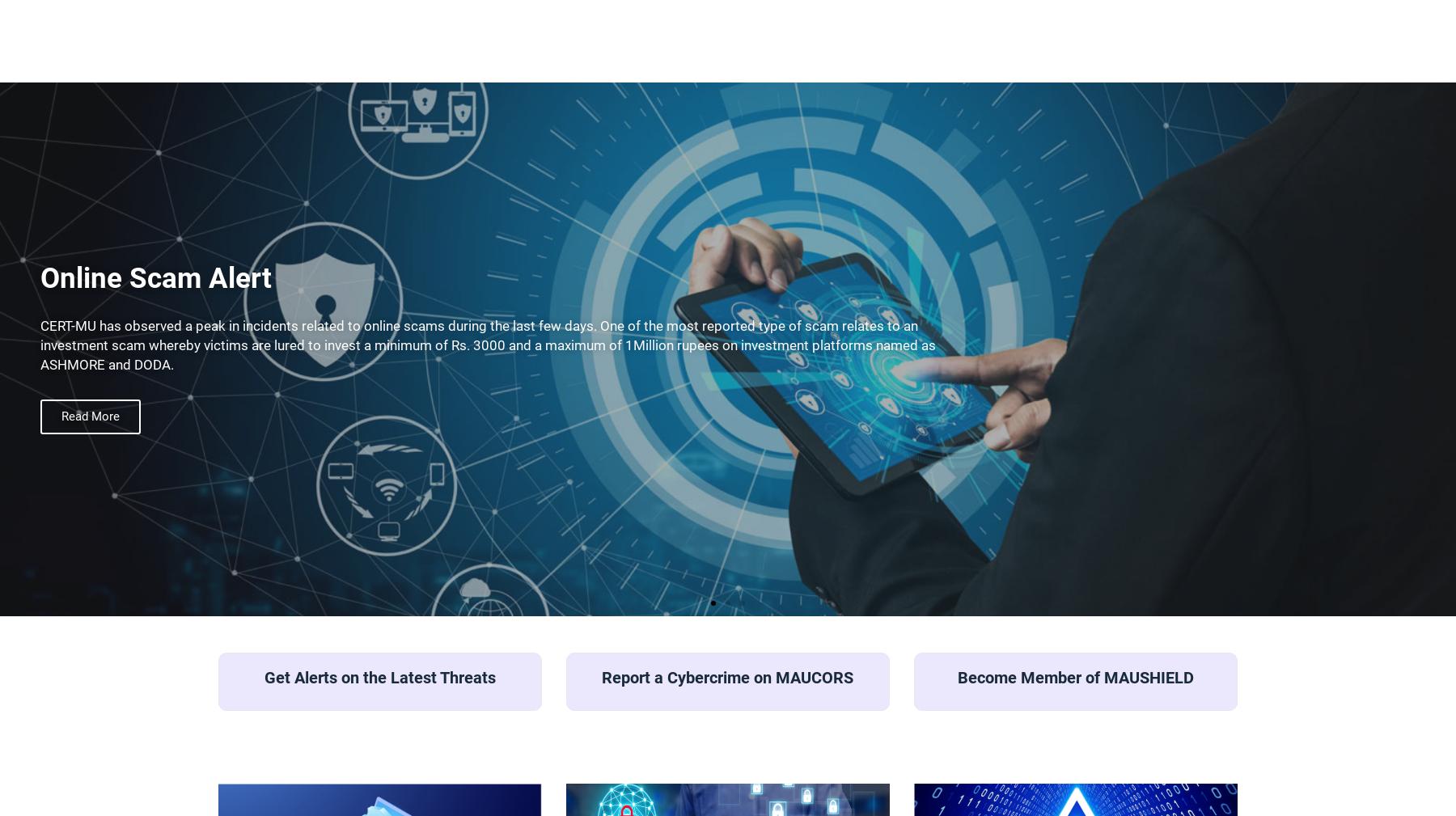  What do you see at coordinates (1265, 39) in the screenshot?
I see `'Resources'` at bounding box center [1265, 39].